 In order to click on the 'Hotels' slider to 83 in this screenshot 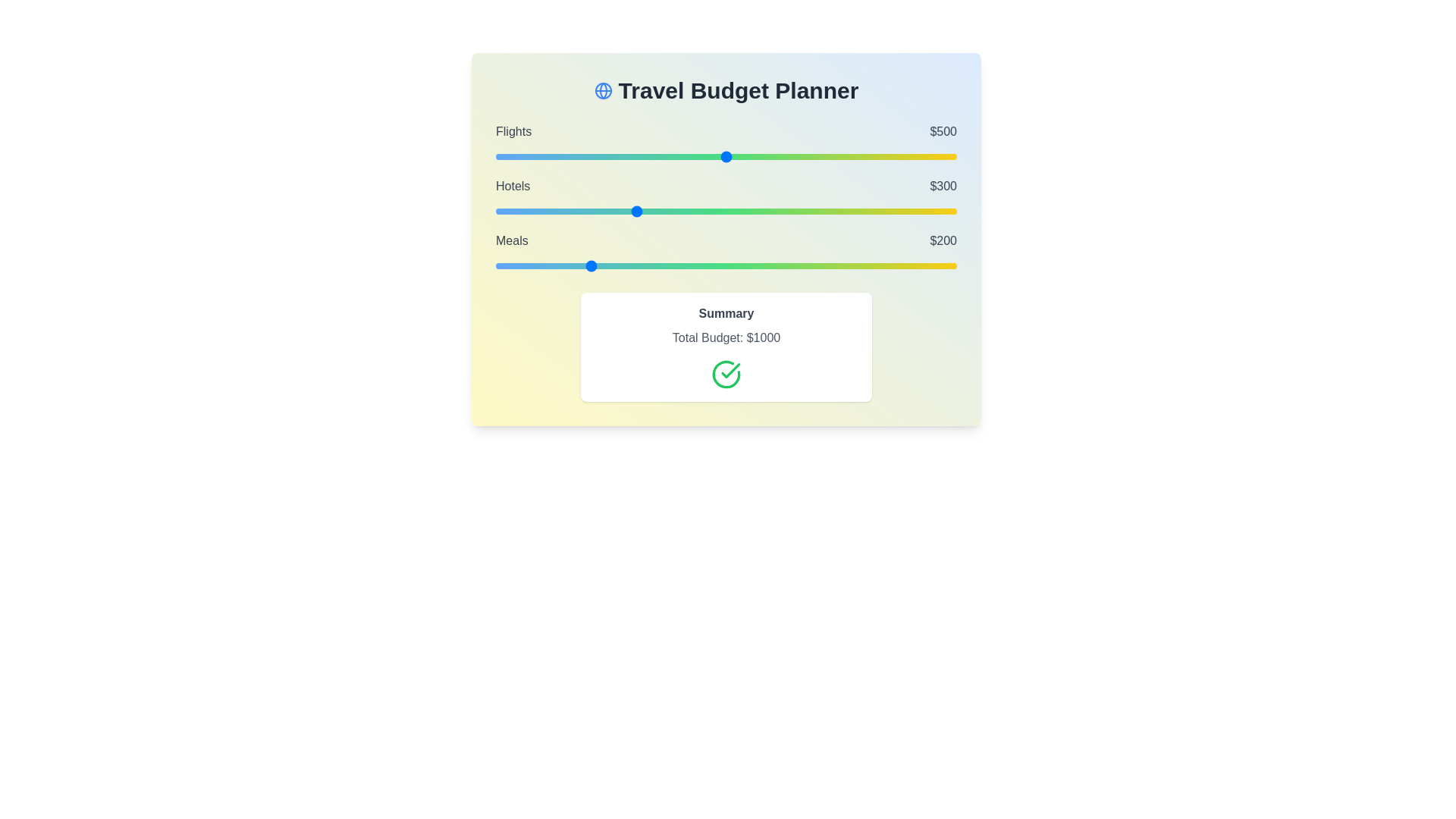, I will do `click(534, 211)`.